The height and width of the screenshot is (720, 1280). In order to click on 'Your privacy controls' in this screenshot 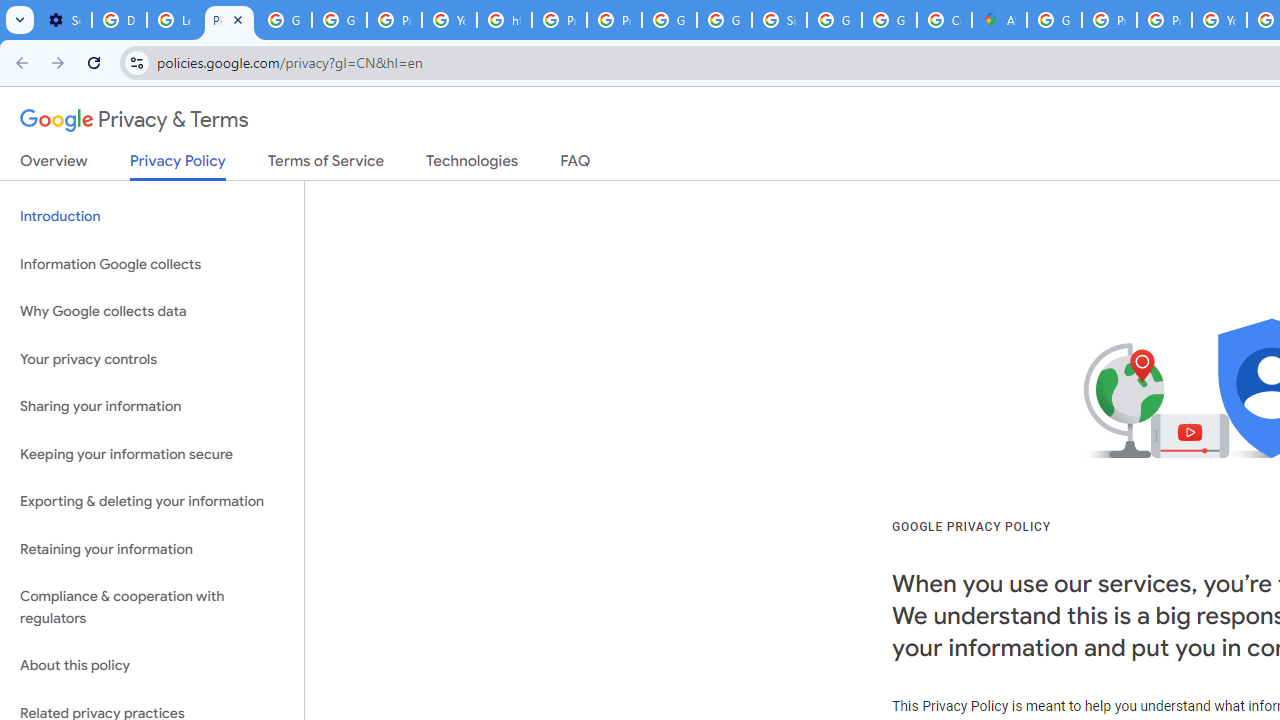, I will do `click(151, 358)`.